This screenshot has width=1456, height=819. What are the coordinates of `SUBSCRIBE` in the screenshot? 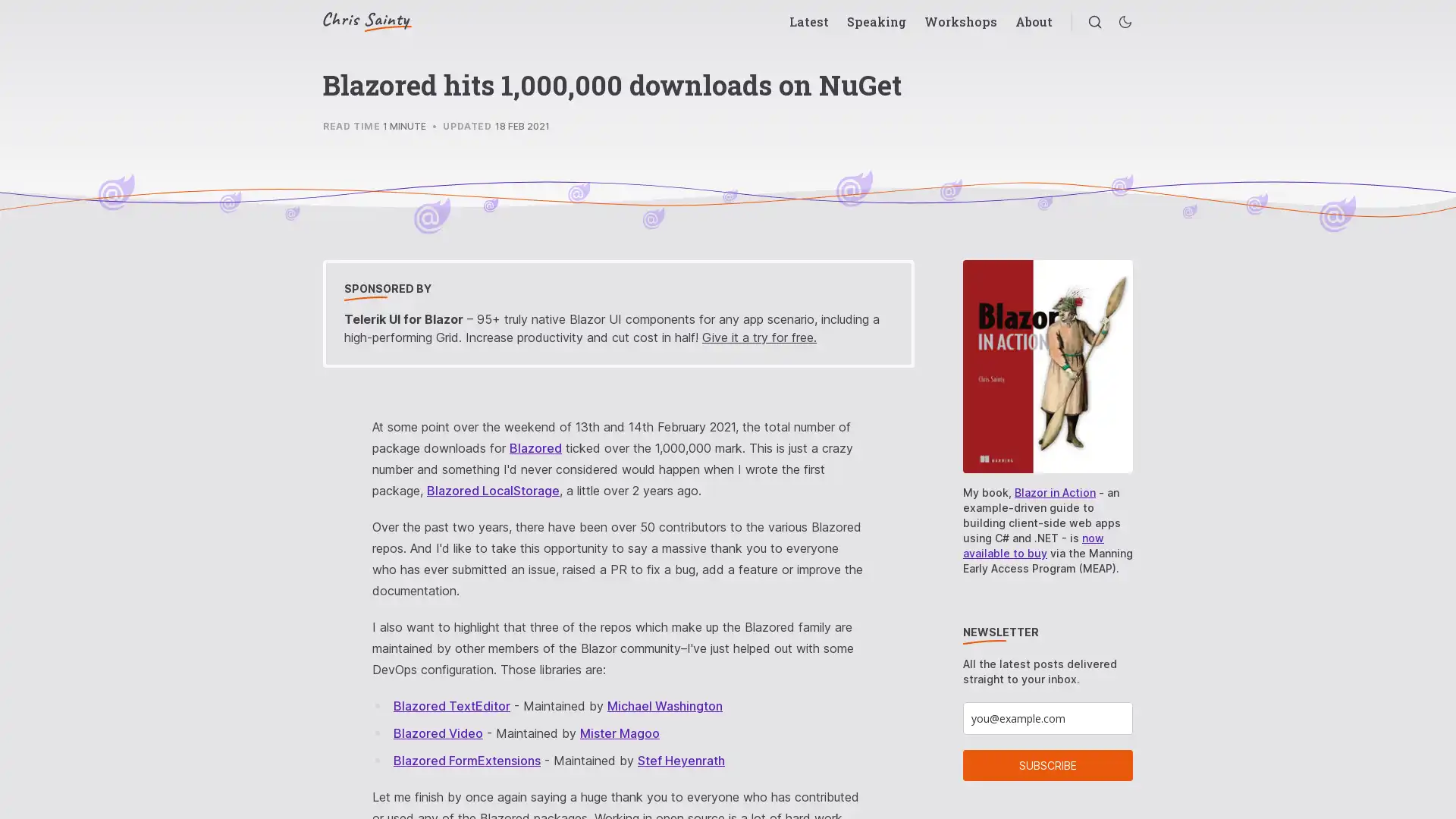 It's located at (1047, 765).